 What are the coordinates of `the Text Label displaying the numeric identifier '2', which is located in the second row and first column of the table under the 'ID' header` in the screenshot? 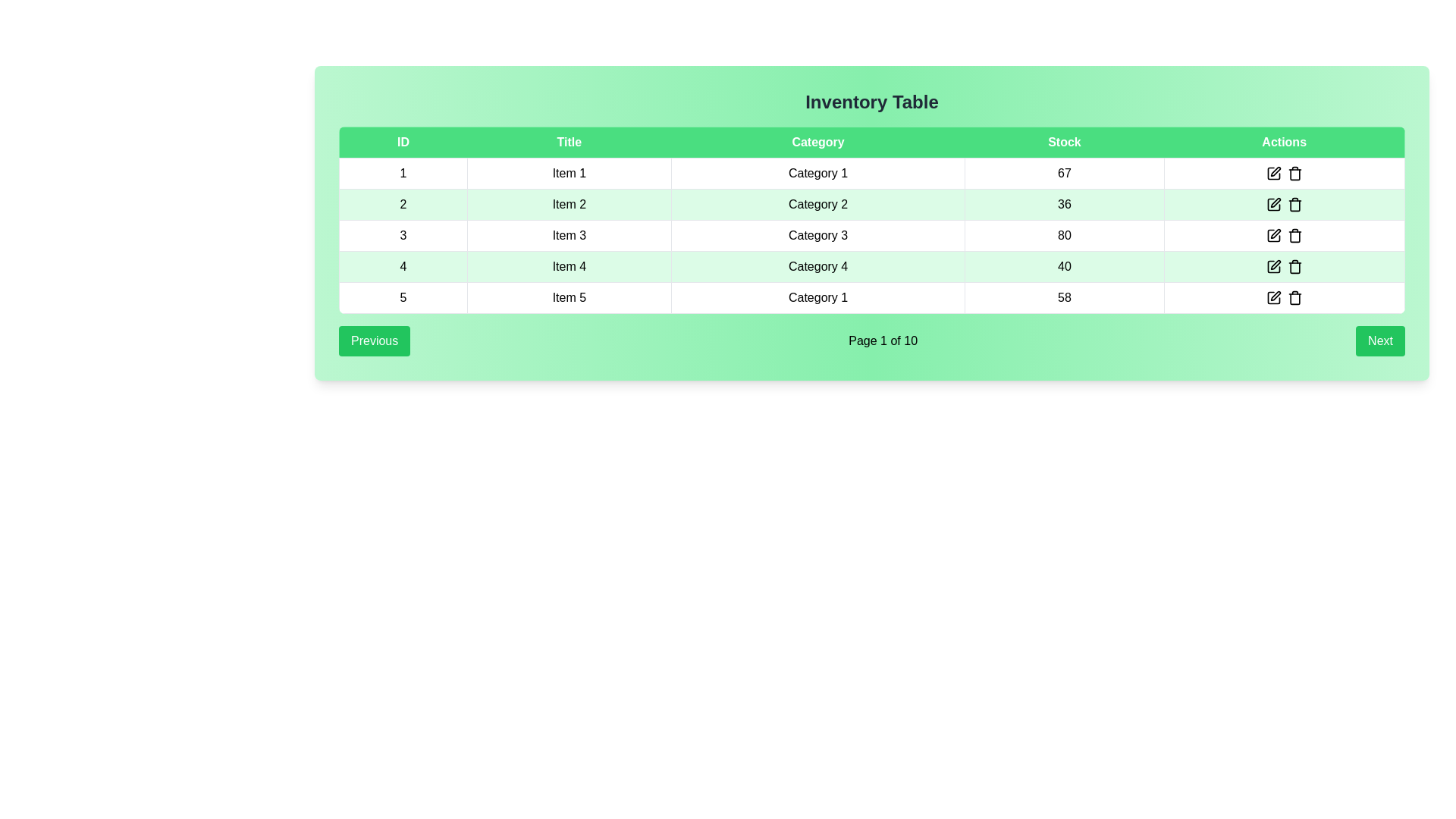 It's located at (403, 205).